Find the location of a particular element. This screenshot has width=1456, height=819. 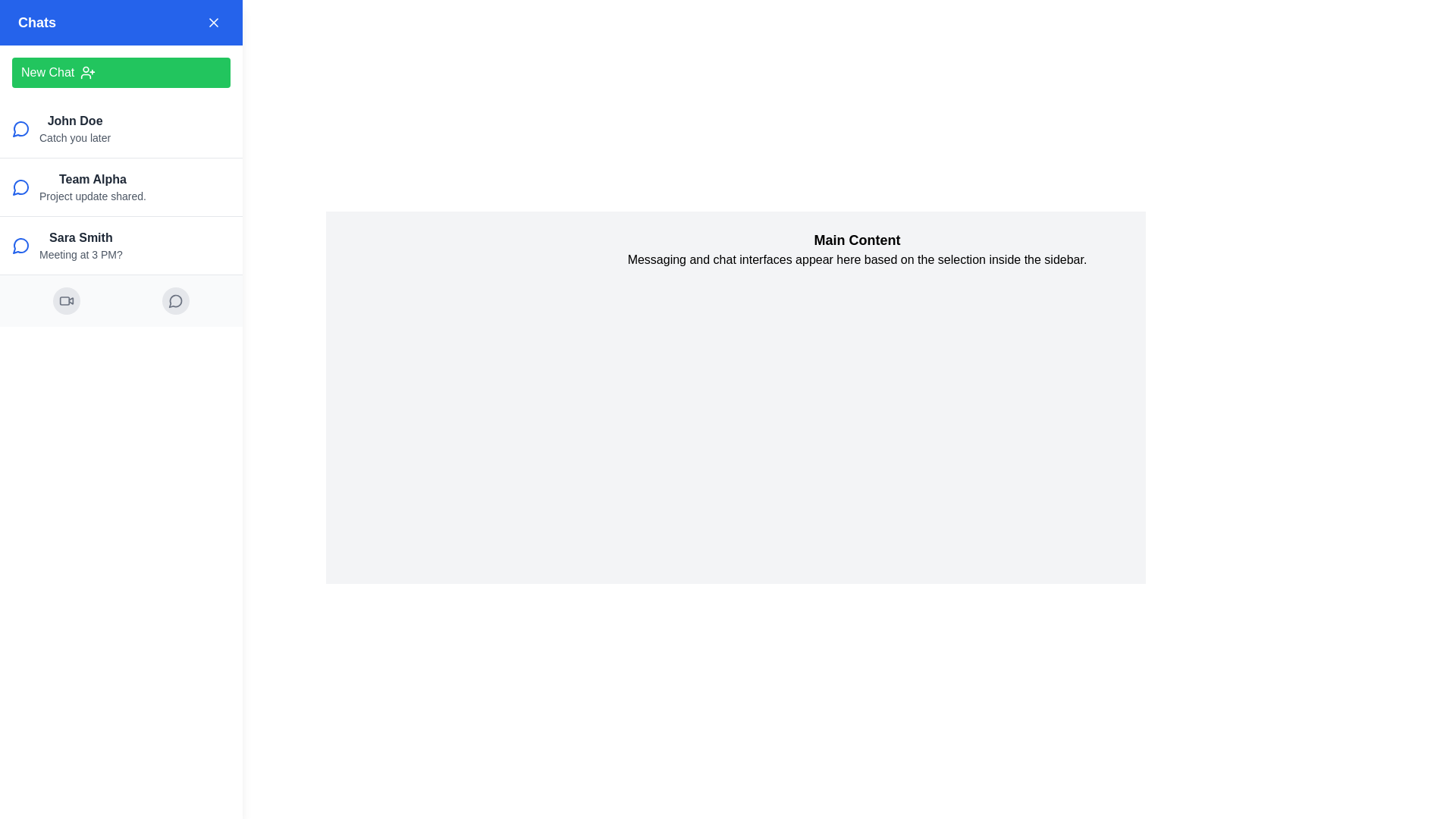

the close ('X') icon button with a blue background located in the top-right corner of the header section labeled 'Chats' is located at coordinates (213, 23).